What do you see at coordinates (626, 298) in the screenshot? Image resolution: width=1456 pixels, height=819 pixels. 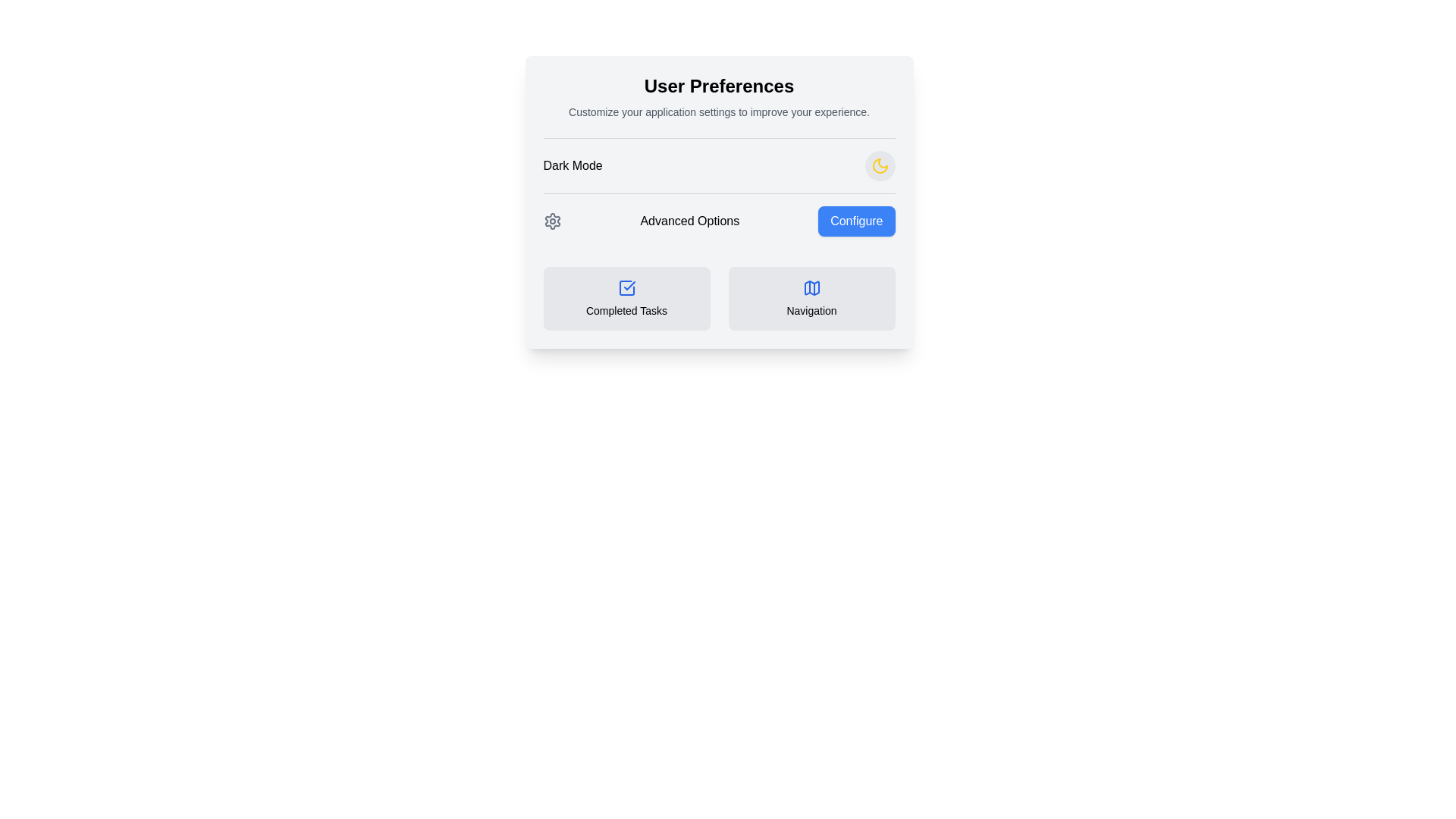 I see `the Card widget located in the bottom-left quadrant of the grid layout` at bounding box center [626, 298].